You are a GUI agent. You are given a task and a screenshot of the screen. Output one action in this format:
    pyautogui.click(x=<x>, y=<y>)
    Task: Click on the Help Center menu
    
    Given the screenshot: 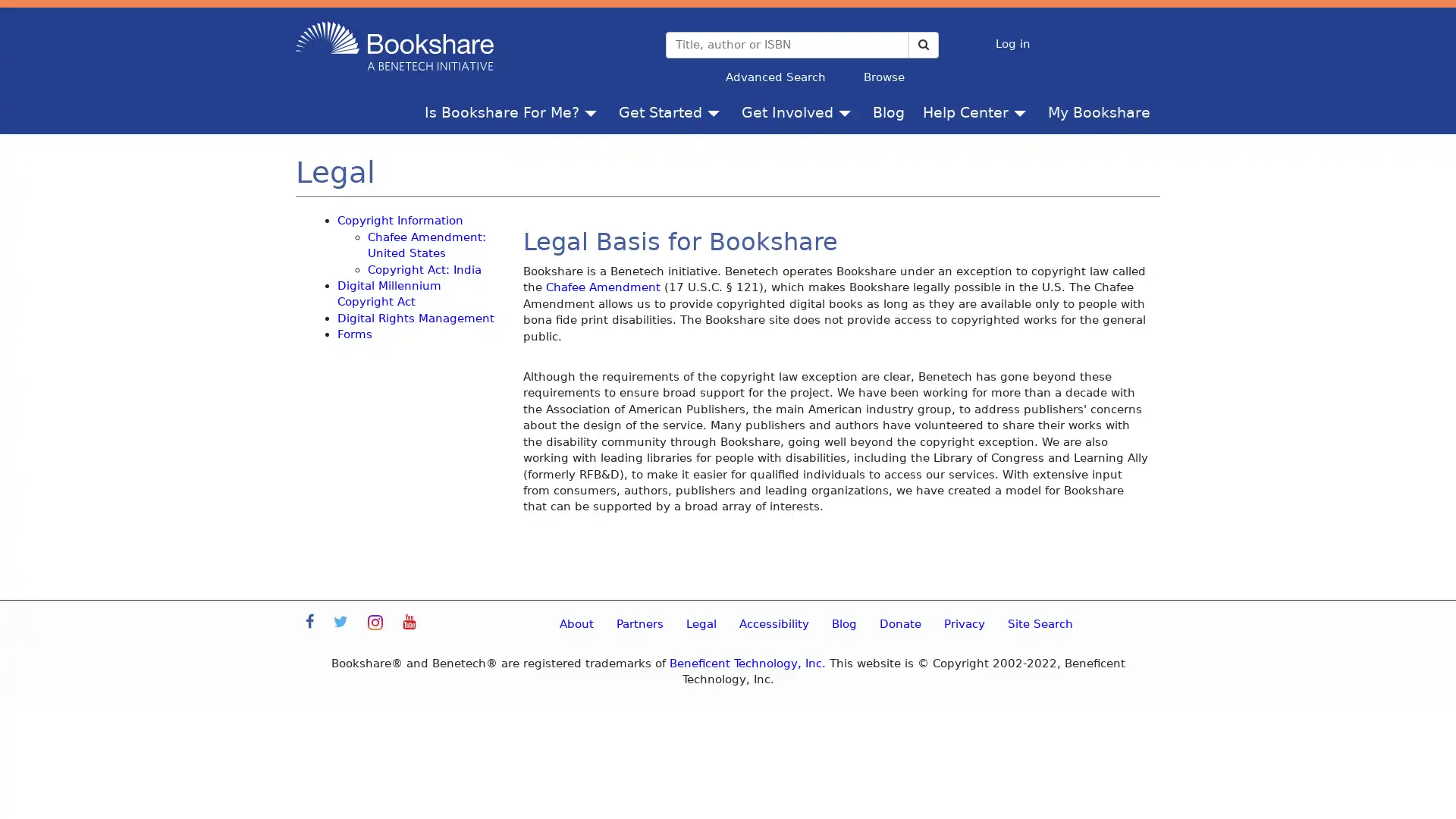 What is the action you would take?
    pyautogui.click(x=1023, y=111)
    